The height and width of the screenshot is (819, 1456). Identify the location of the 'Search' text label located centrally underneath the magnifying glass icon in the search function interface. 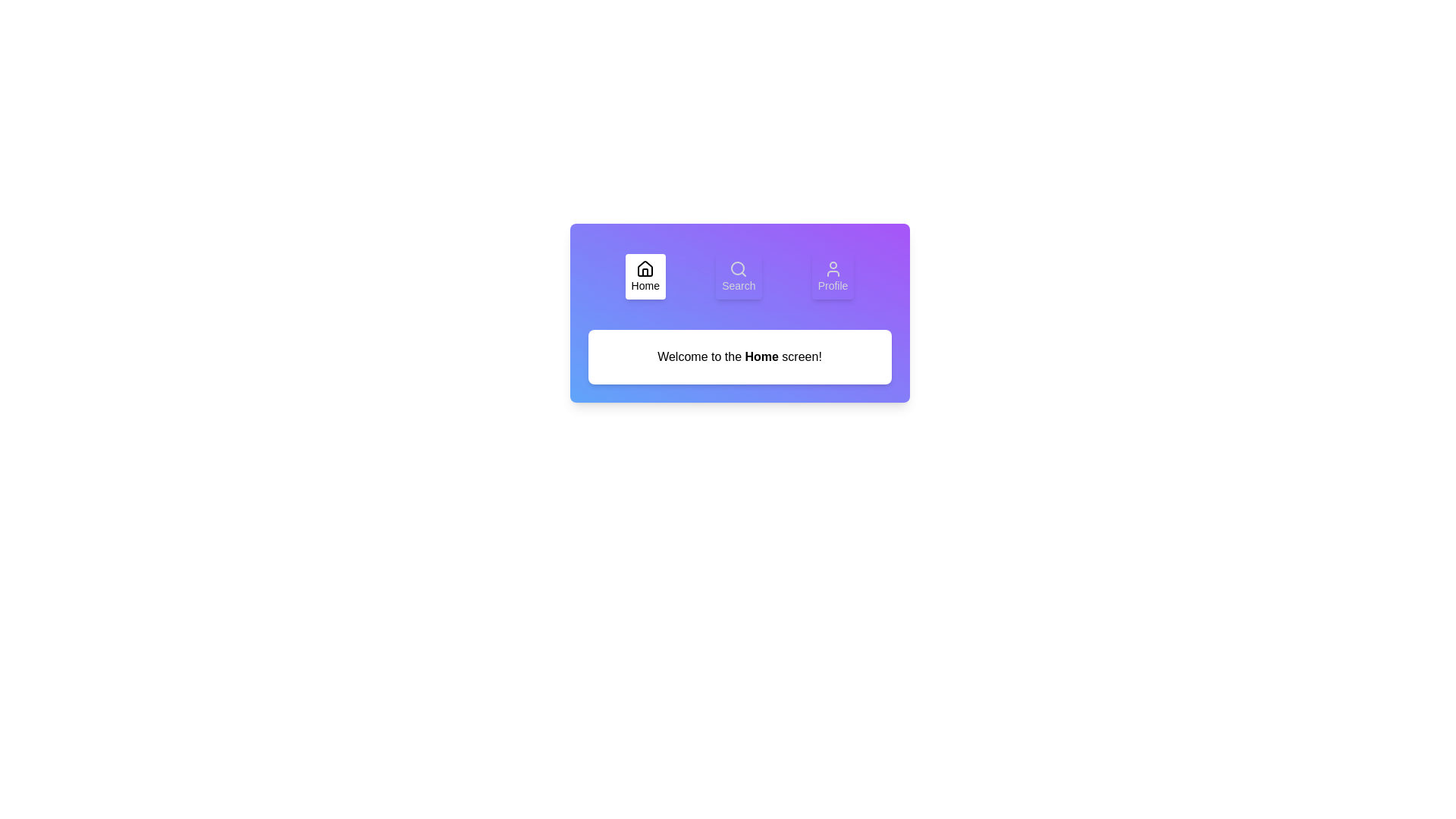
(739, 286).